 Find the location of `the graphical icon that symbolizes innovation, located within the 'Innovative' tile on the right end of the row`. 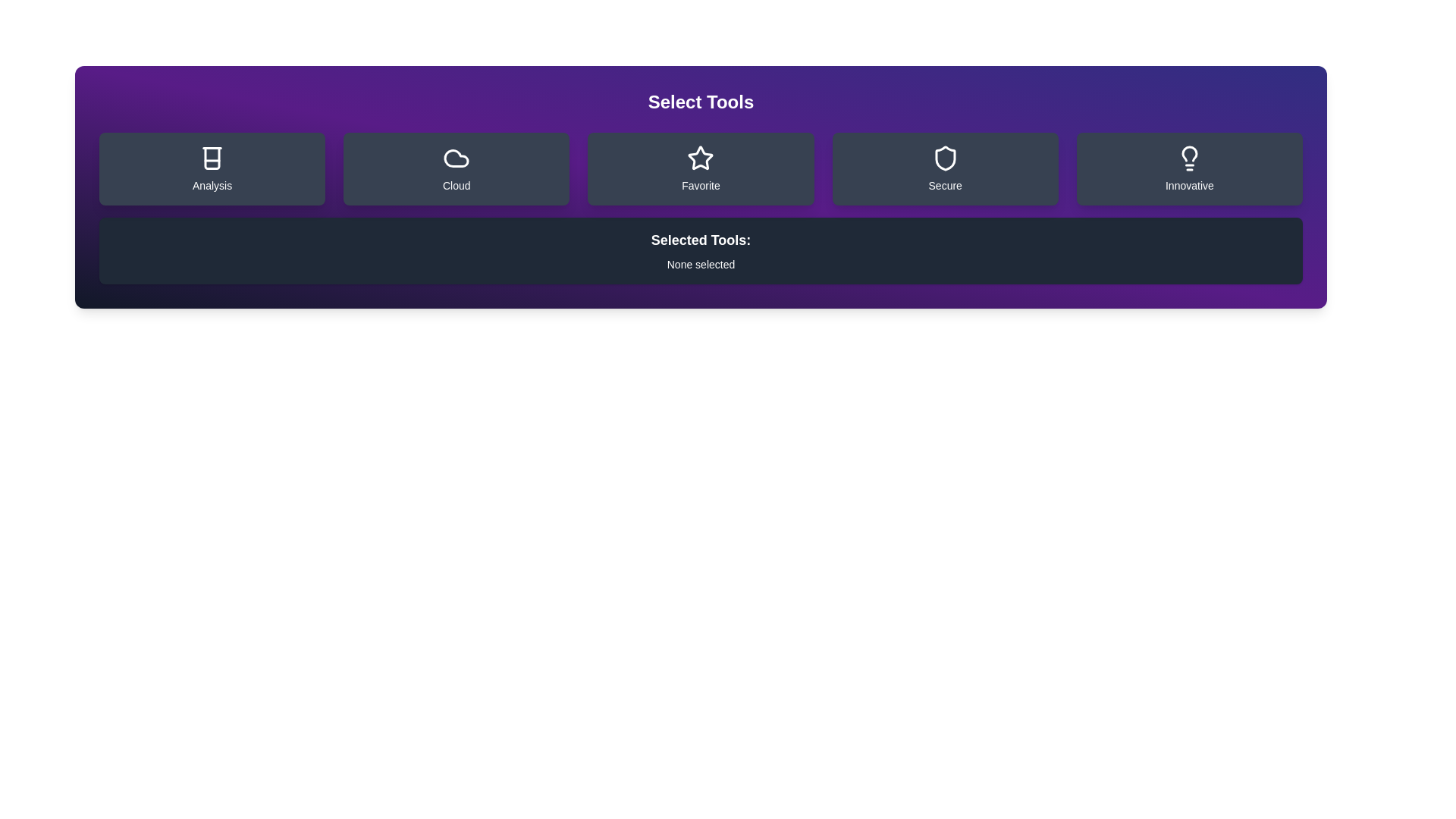

the graphical icon that symbolizes innovation, located within the 'Innovative' tile on the right end of the row is located at coordinates (1188, 154).